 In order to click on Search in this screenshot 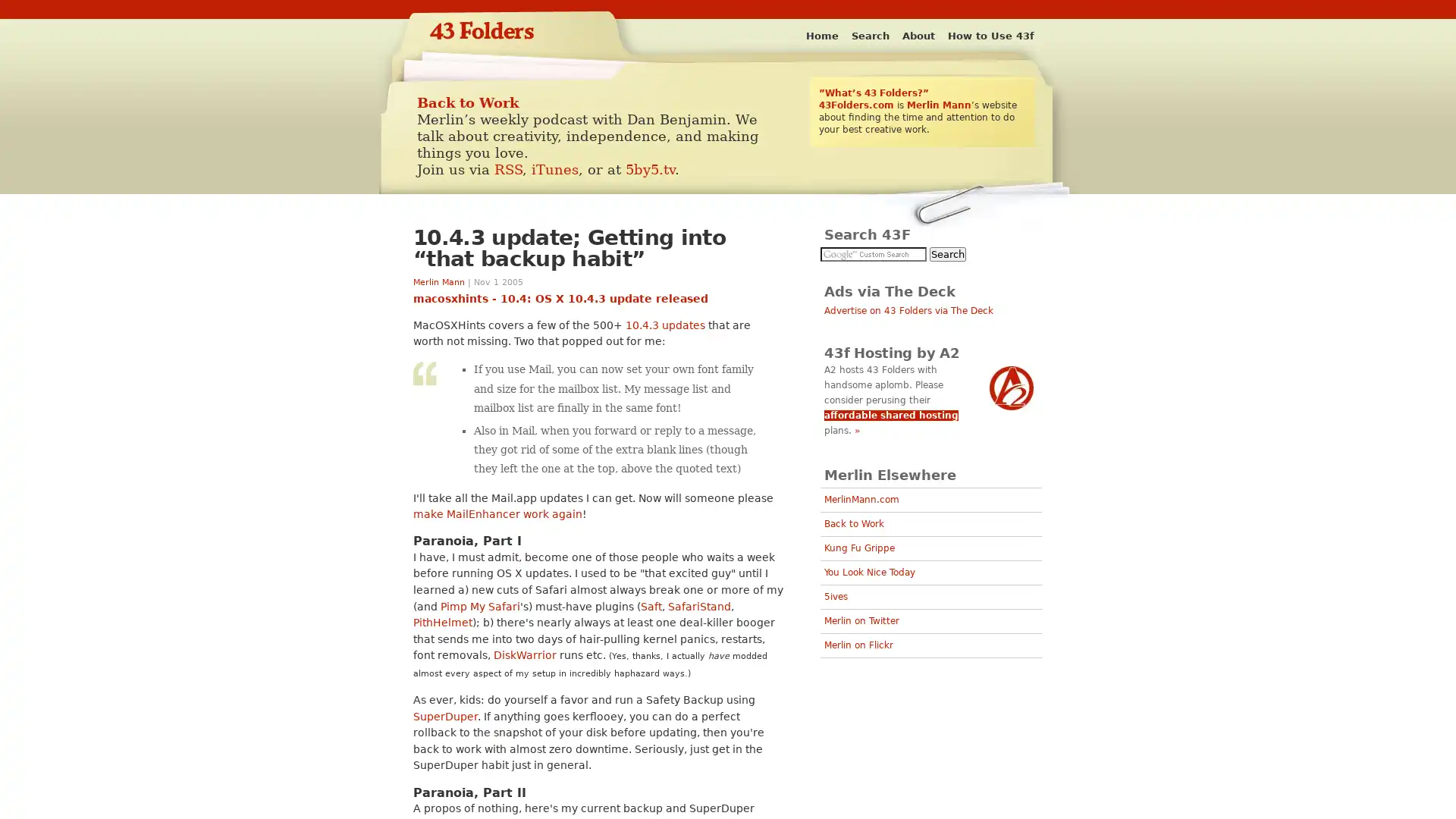, I will do `click(946, 253)`.